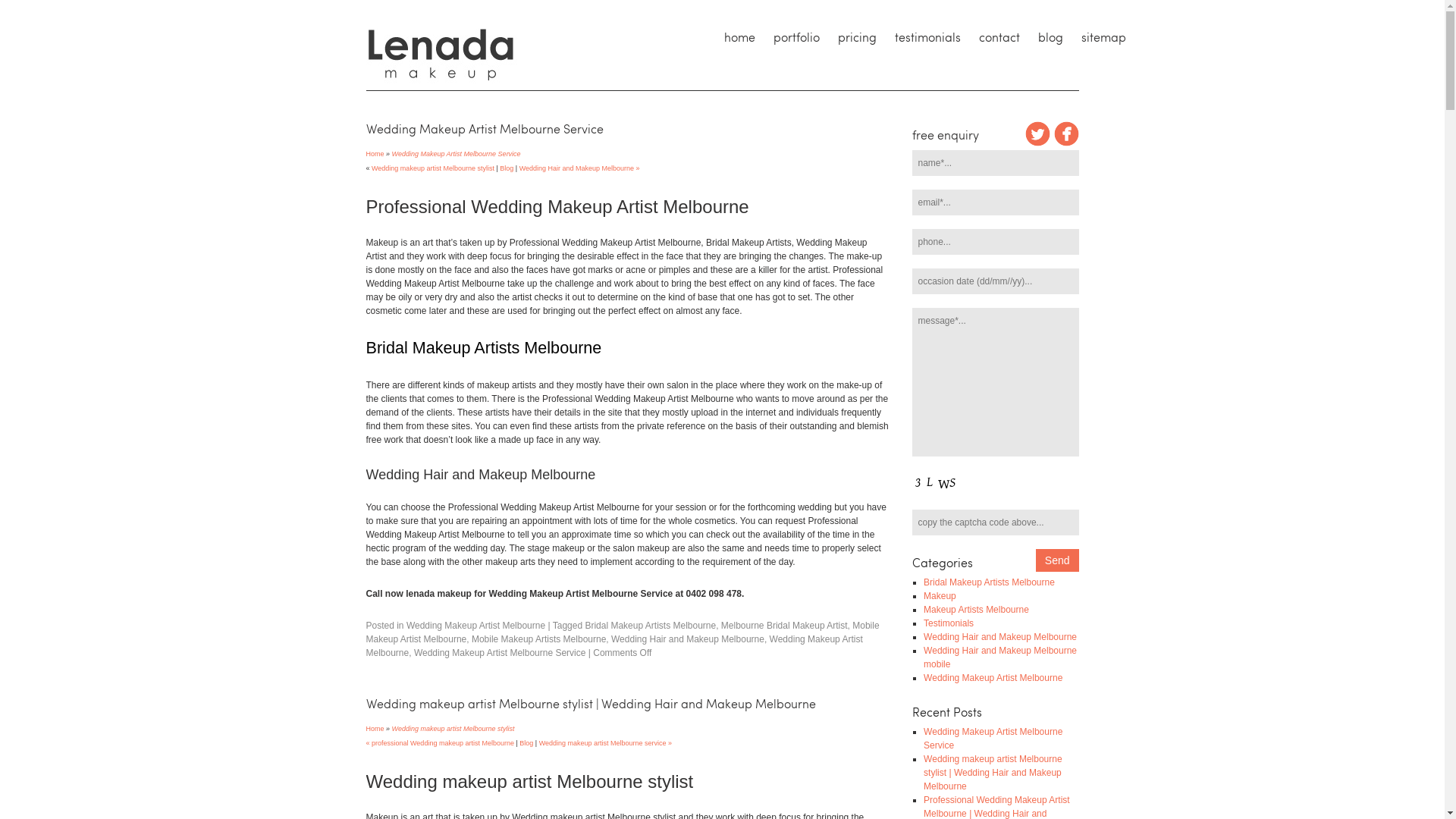  Describe the element at coordinates (739, 36) in the screenshot. I see `'home'` at that location.